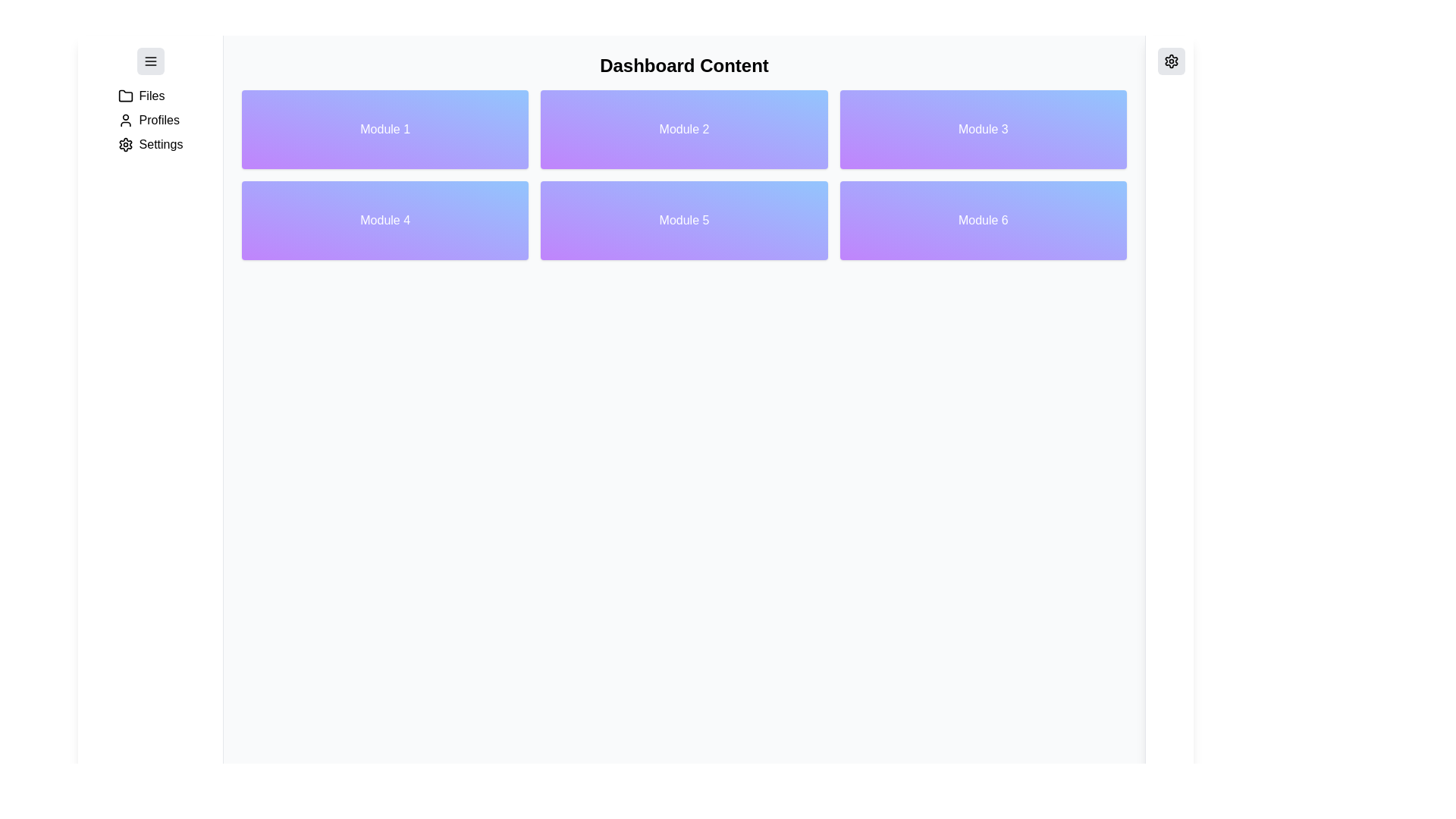  What do you see at coordinates (161, 145) in the screenshot?
I see `the fourth text label in the sidebar menu` at bounding box center [161, 145].